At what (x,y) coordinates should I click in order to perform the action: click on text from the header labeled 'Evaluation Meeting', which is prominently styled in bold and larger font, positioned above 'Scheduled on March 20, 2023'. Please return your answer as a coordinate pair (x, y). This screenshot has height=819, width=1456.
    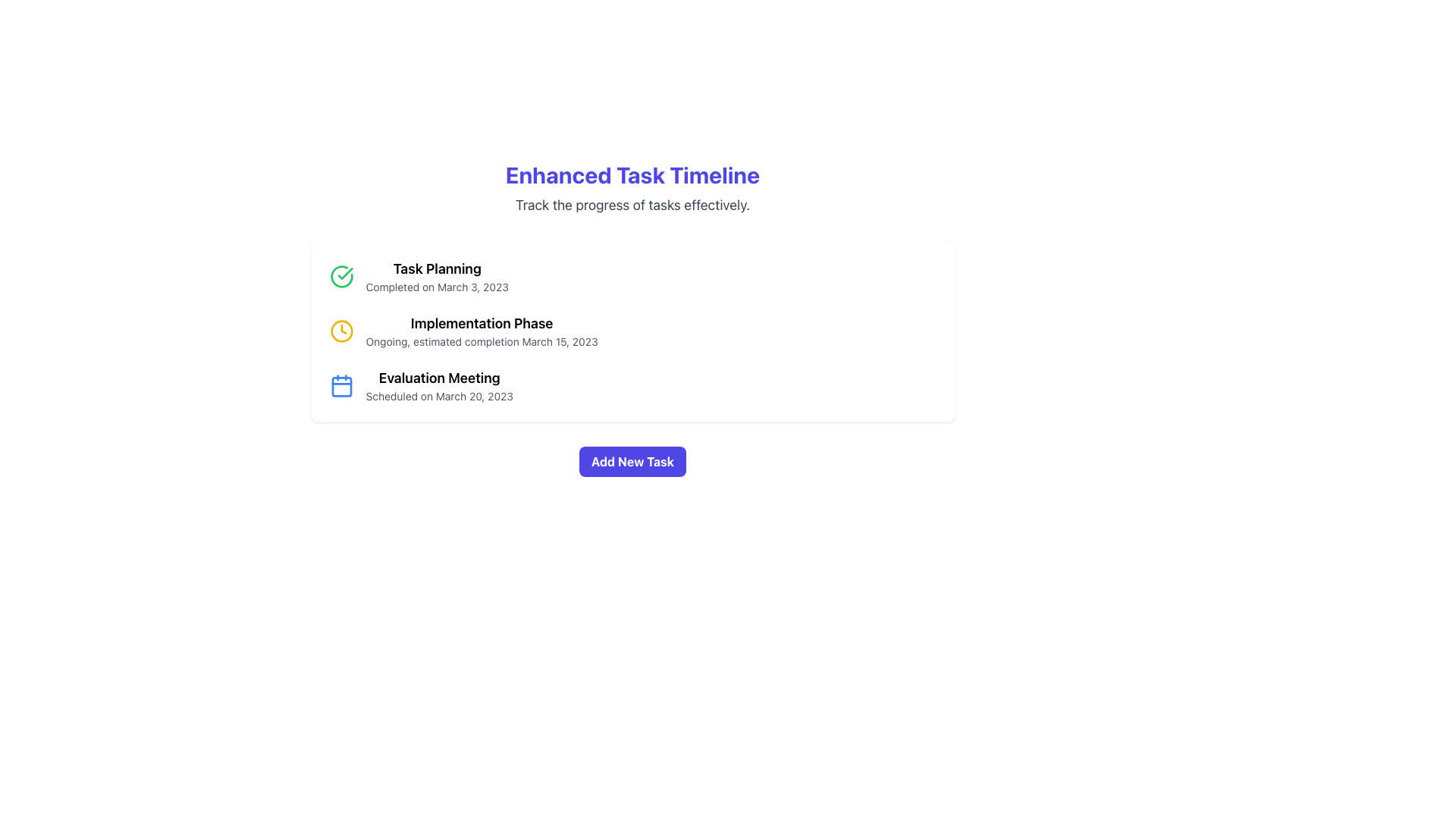
    Looking at the image, I should click on (438, 377).